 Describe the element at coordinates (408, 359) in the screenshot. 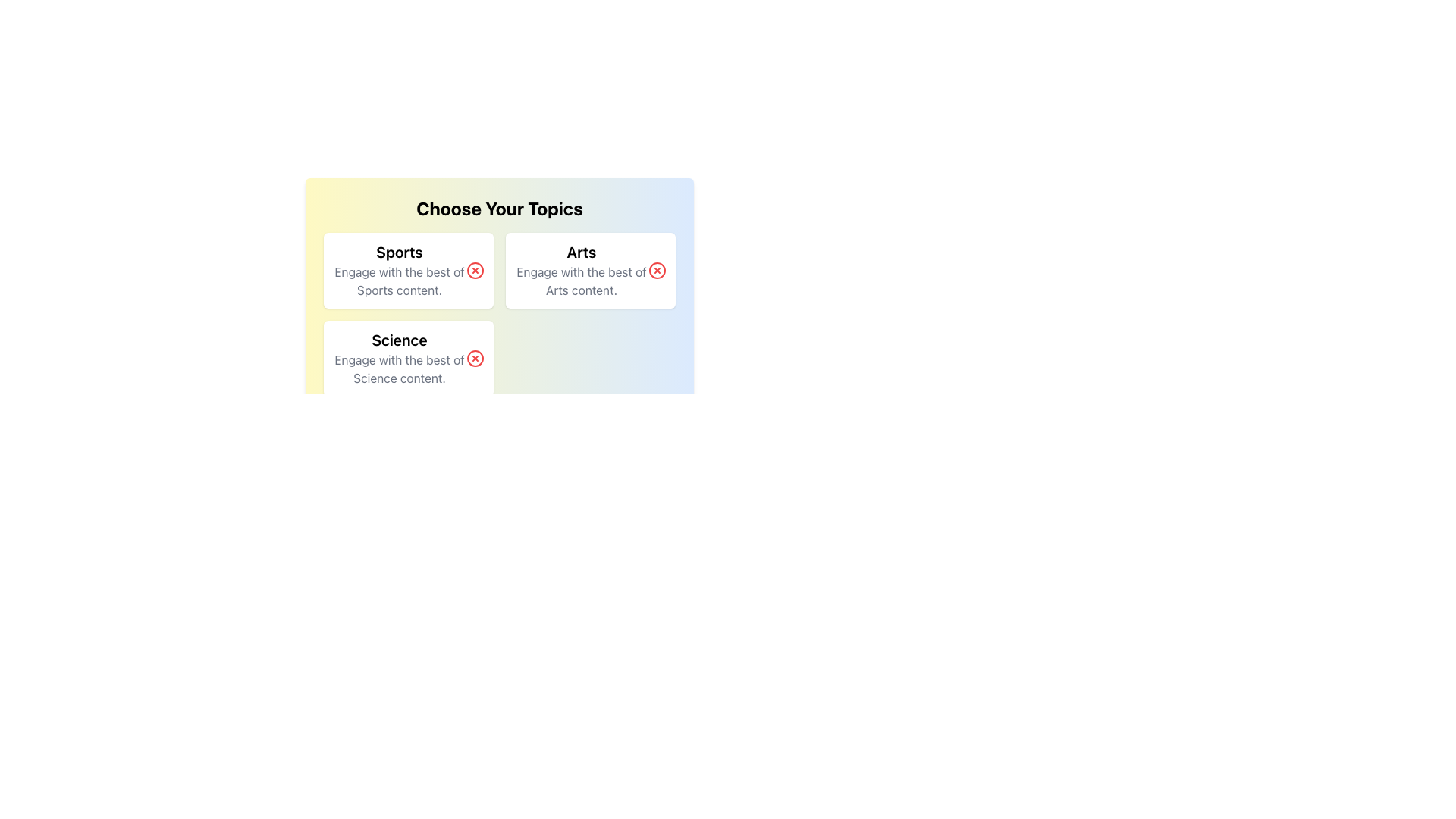

I see `the 'Science' category button to focus it, which is located in the bottom-left corner of the button grid, positioned below 'Sports' and next to 'Arts'` at that location.